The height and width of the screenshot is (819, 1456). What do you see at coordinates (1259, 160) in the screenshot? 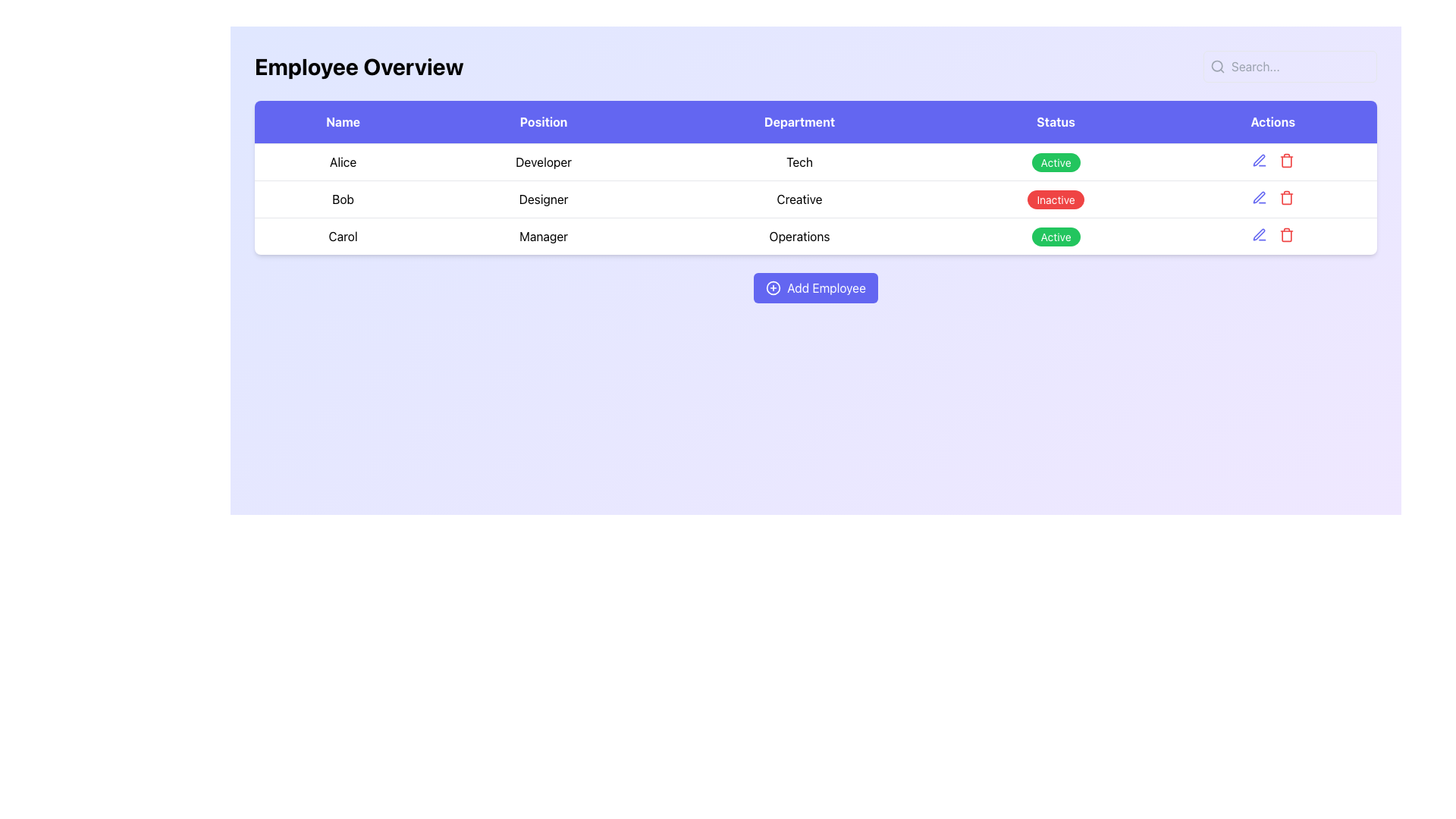
I see `the 'Edit' icon located in the actions section of the table row for the user 'Bob' to modify the entry details` at bounding box center [1259, 160].